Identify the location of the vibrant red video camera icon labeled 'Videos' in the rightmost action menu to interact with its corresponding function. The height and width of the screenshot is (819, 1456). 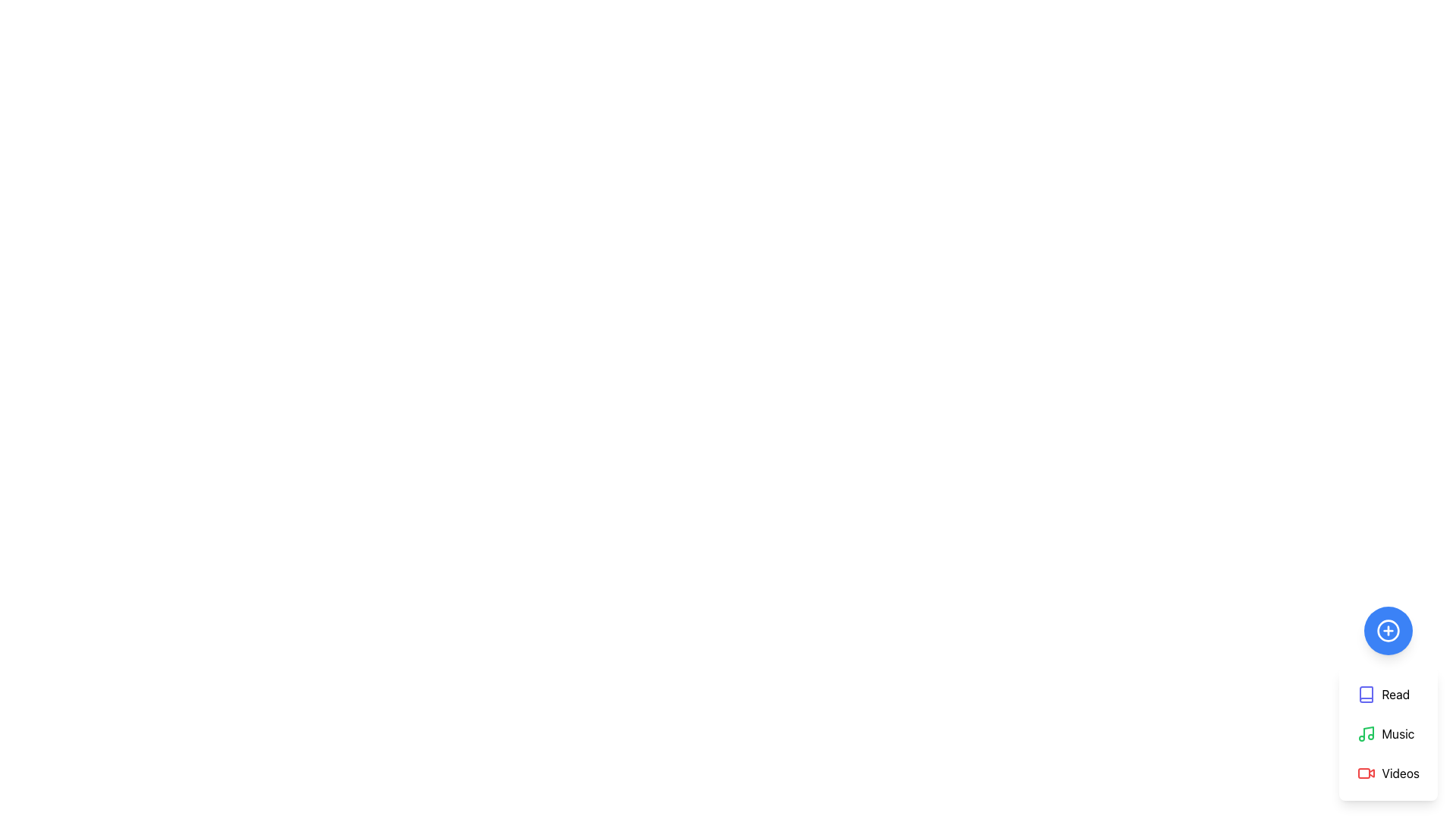
(1367, 773).